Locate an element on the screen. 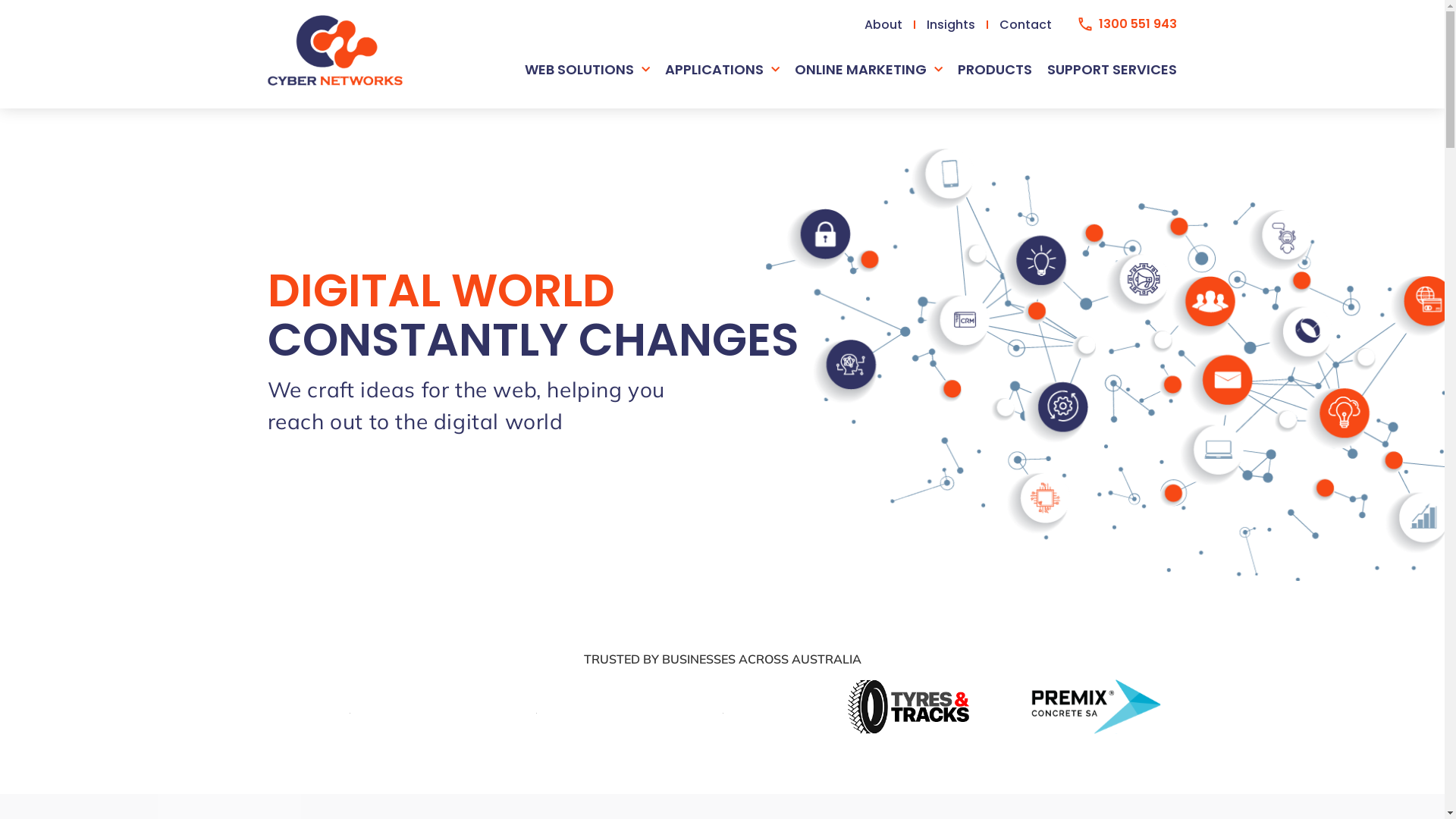 The image size is (1456, 819). 'SUPPORT SERVICES' is located at coordinates (1112, 70).